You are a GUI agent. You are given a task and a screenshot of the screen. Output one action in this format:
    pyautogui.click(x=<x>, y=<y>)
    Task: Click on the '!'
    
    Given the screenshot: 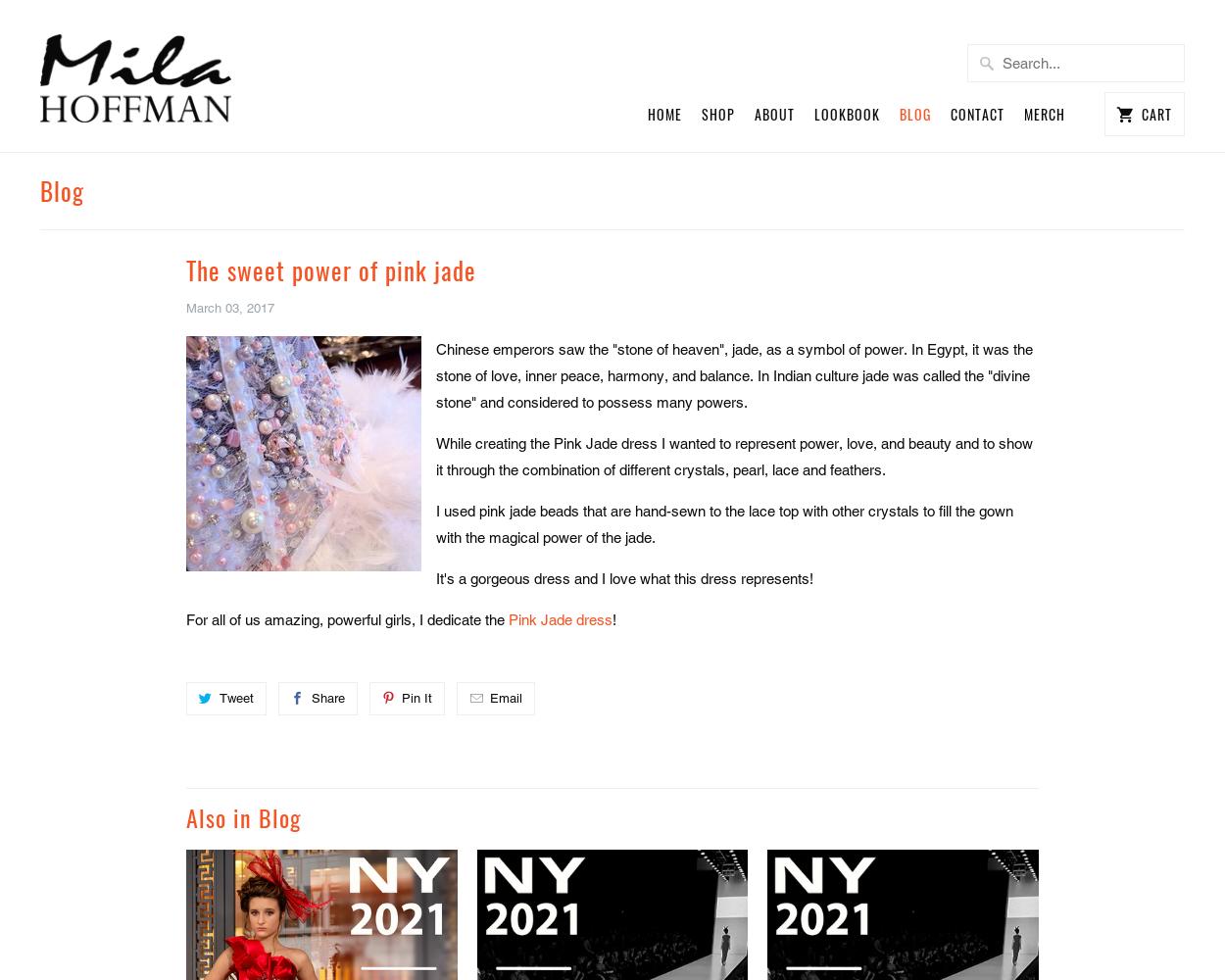 What is the action you would take?
    pyautogui.click(x=613, y=618)
    